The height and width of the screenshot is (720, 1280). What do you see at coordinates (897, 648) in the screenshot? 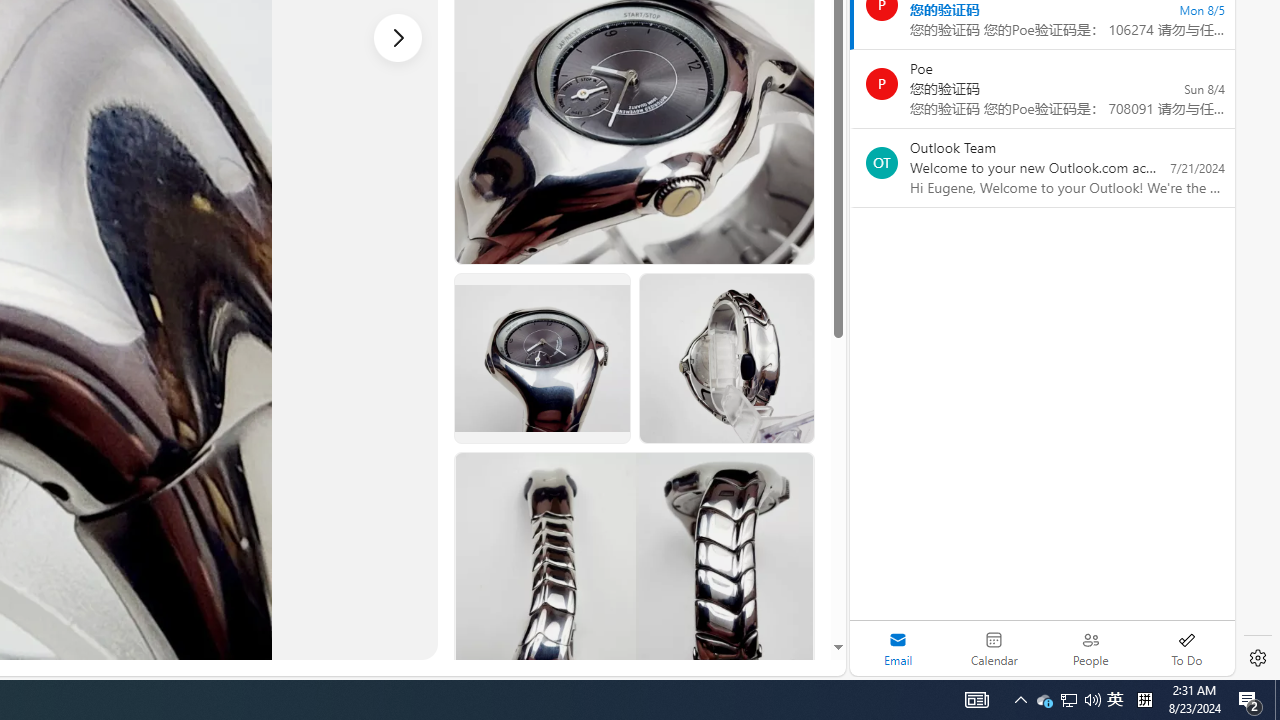
I see `'Selected mail module'` at bounding box center [897, 648].